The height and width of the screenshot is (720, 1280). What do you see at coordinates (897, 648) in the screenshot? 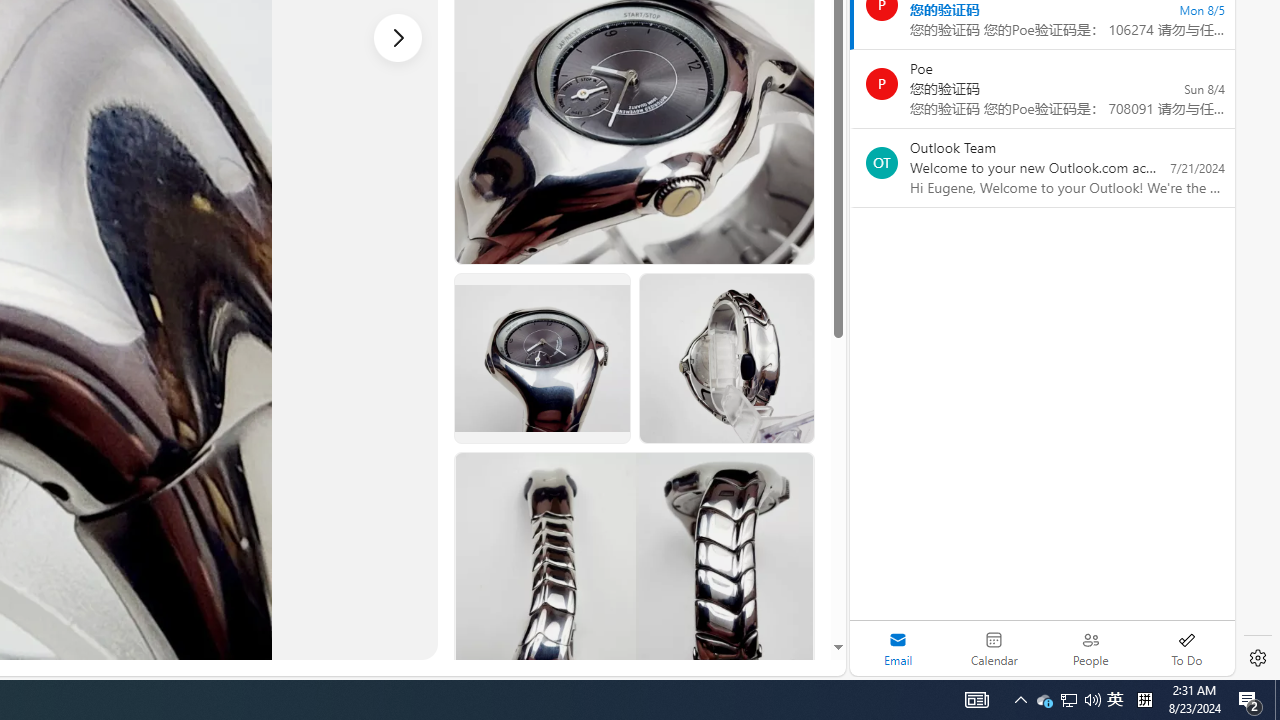
I see `'Selected mail module'` at bounding box center [897, 648].